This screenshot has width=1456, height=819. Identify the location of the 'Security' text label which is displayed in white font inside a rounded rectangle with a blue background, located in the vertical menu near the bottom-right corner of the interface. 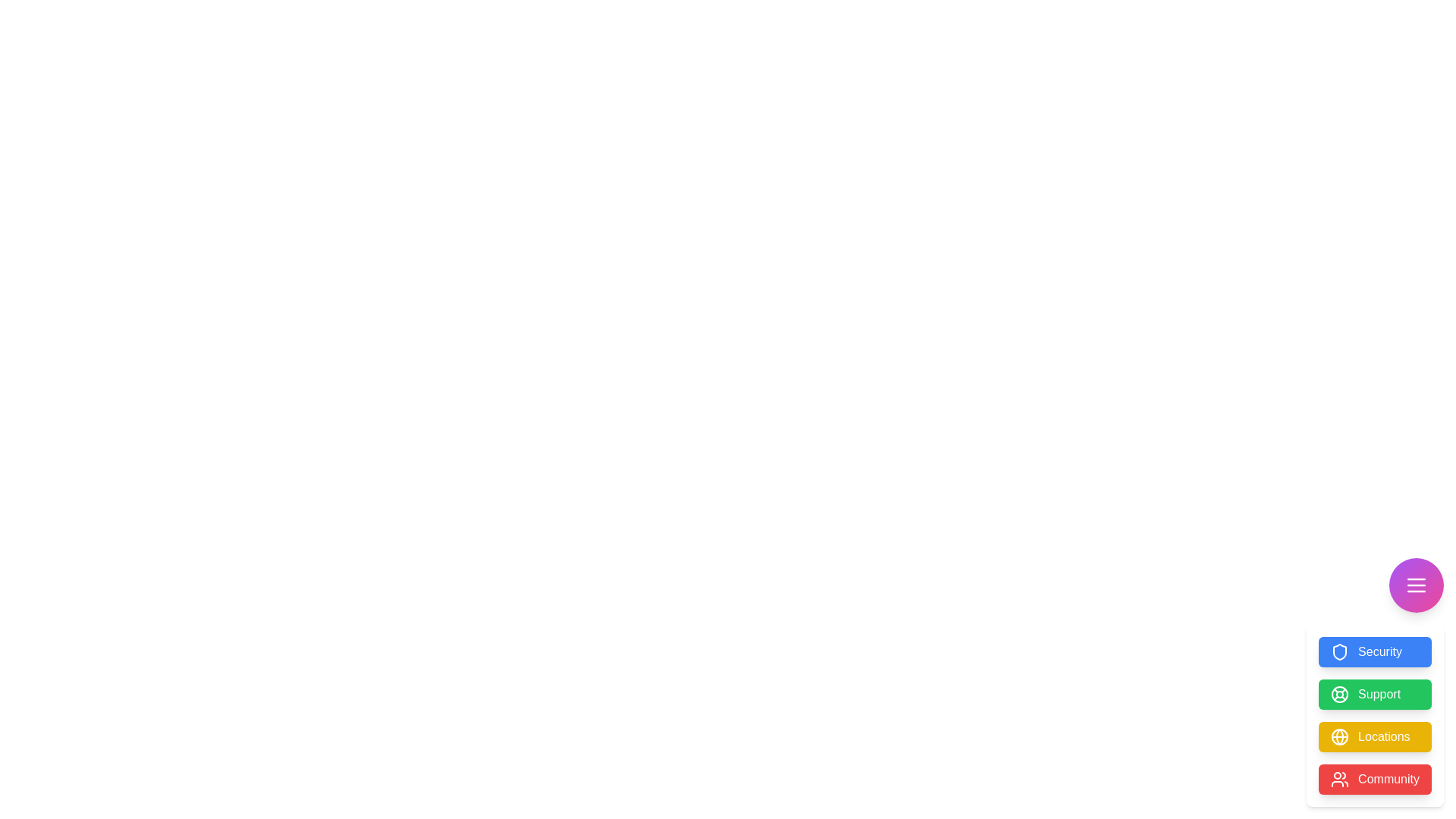
(1379, 651).